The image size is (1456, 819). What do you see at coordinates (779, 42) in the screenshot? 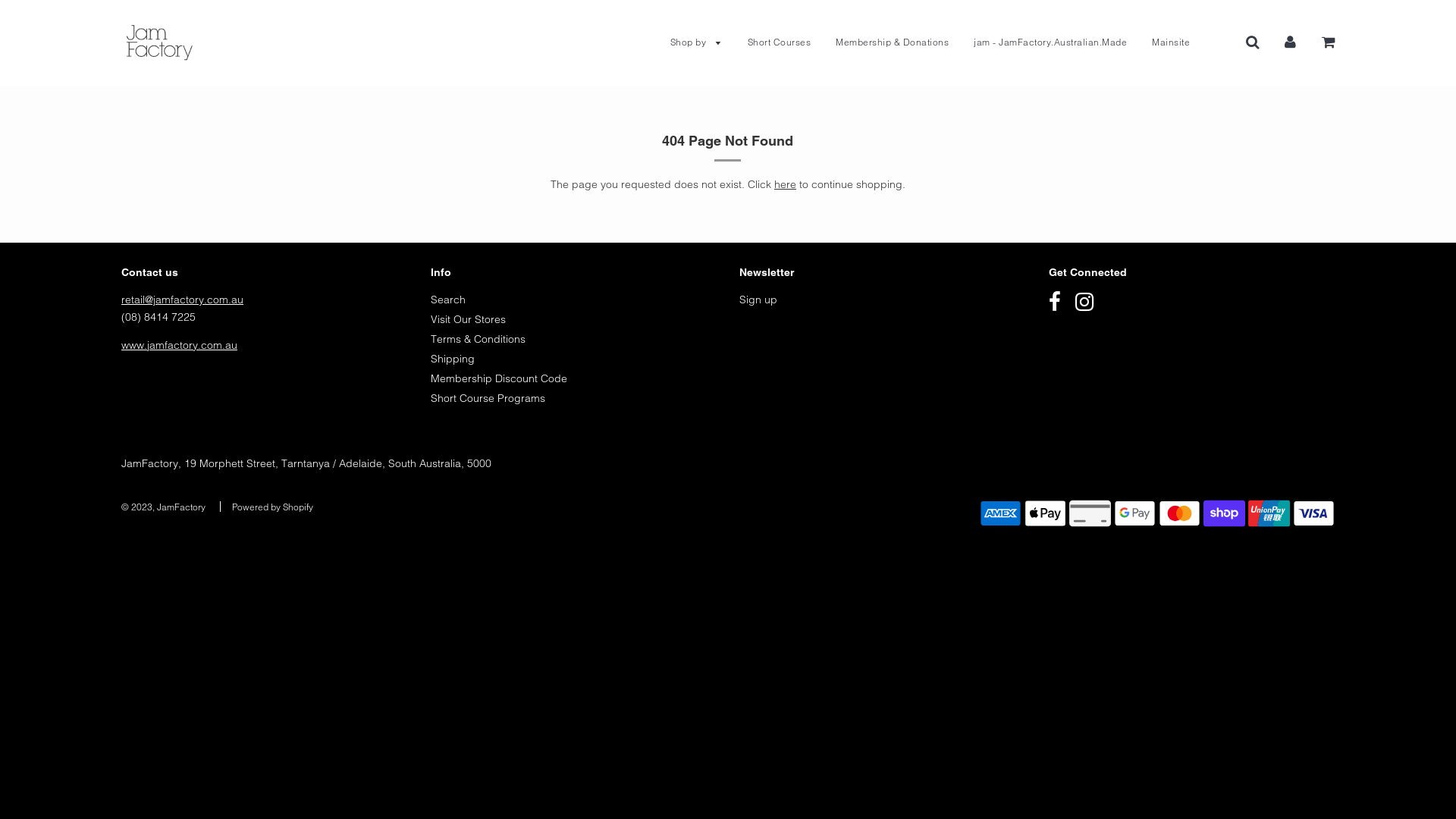
I see `'Short Courses'` at bounding box center [779, 42].